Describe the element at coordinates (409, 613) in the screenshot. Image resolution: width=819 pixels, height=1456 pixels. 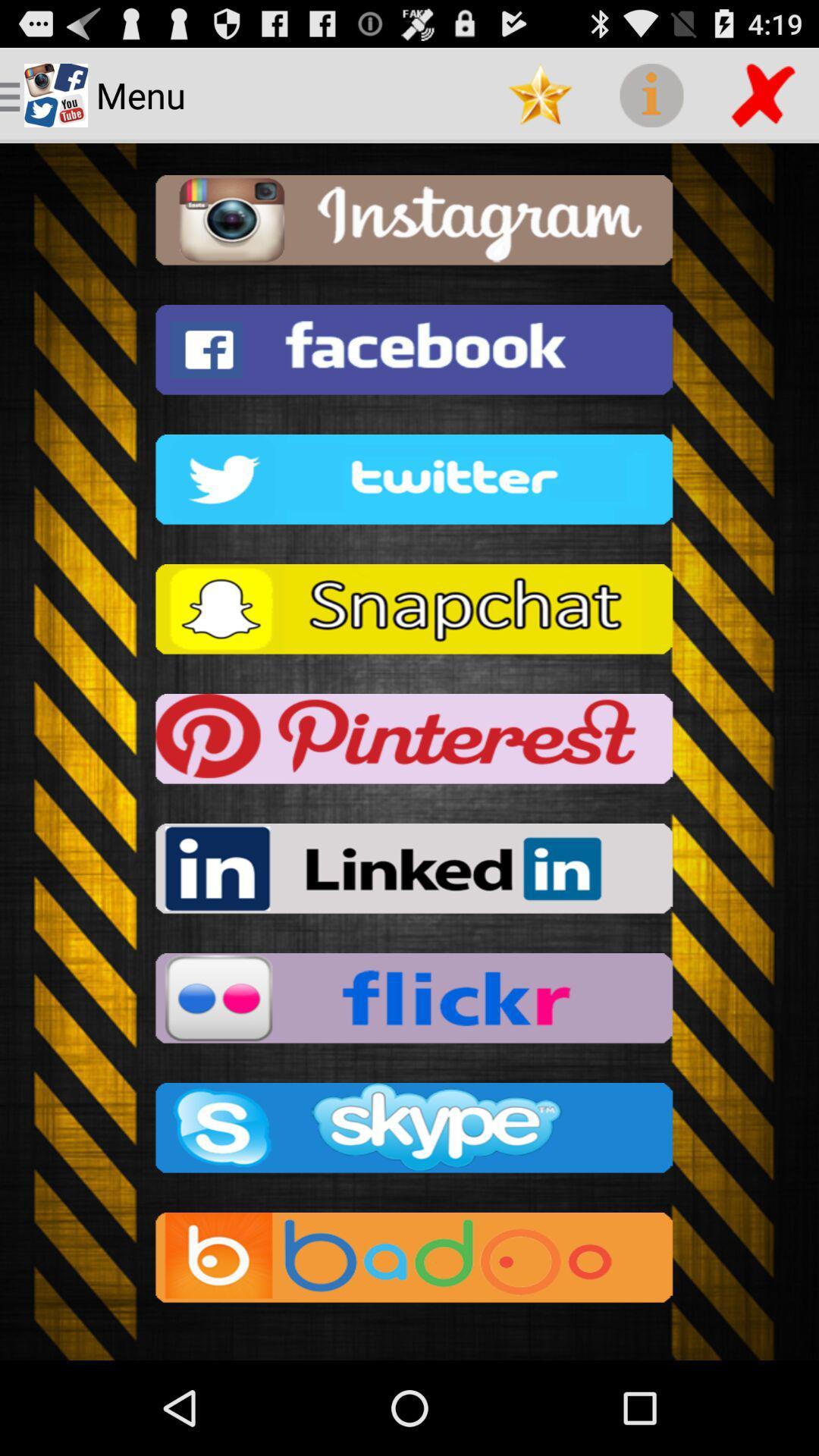
I see `the image below the twitter` at that location.